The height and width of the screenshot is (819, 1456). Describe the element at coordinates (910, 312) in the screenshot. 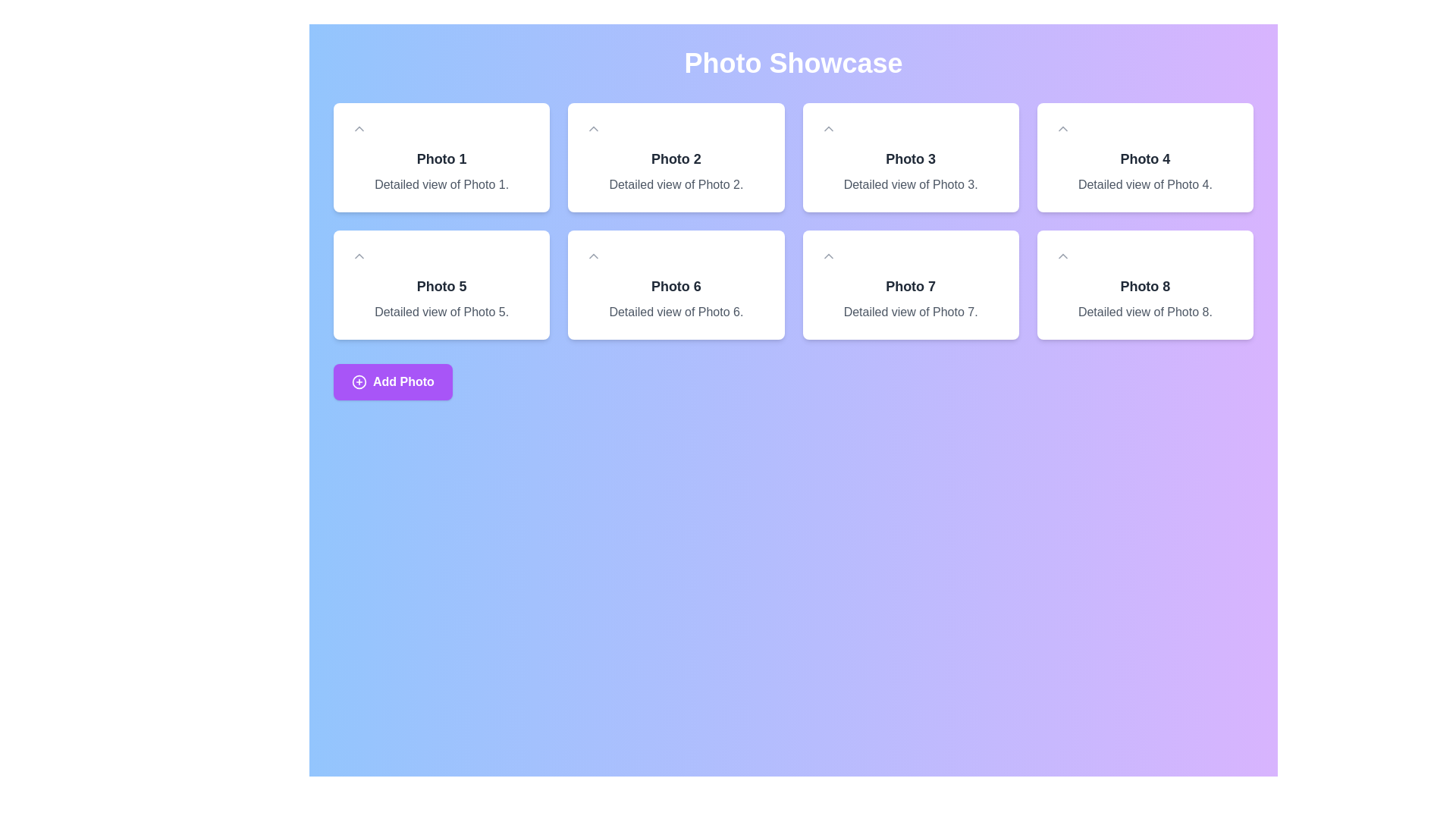

I see `the descriptive text label for 'Photo 7' located below the heading in the photo card in the second row, third column of the 'Photo Showcase' interface` at that location.